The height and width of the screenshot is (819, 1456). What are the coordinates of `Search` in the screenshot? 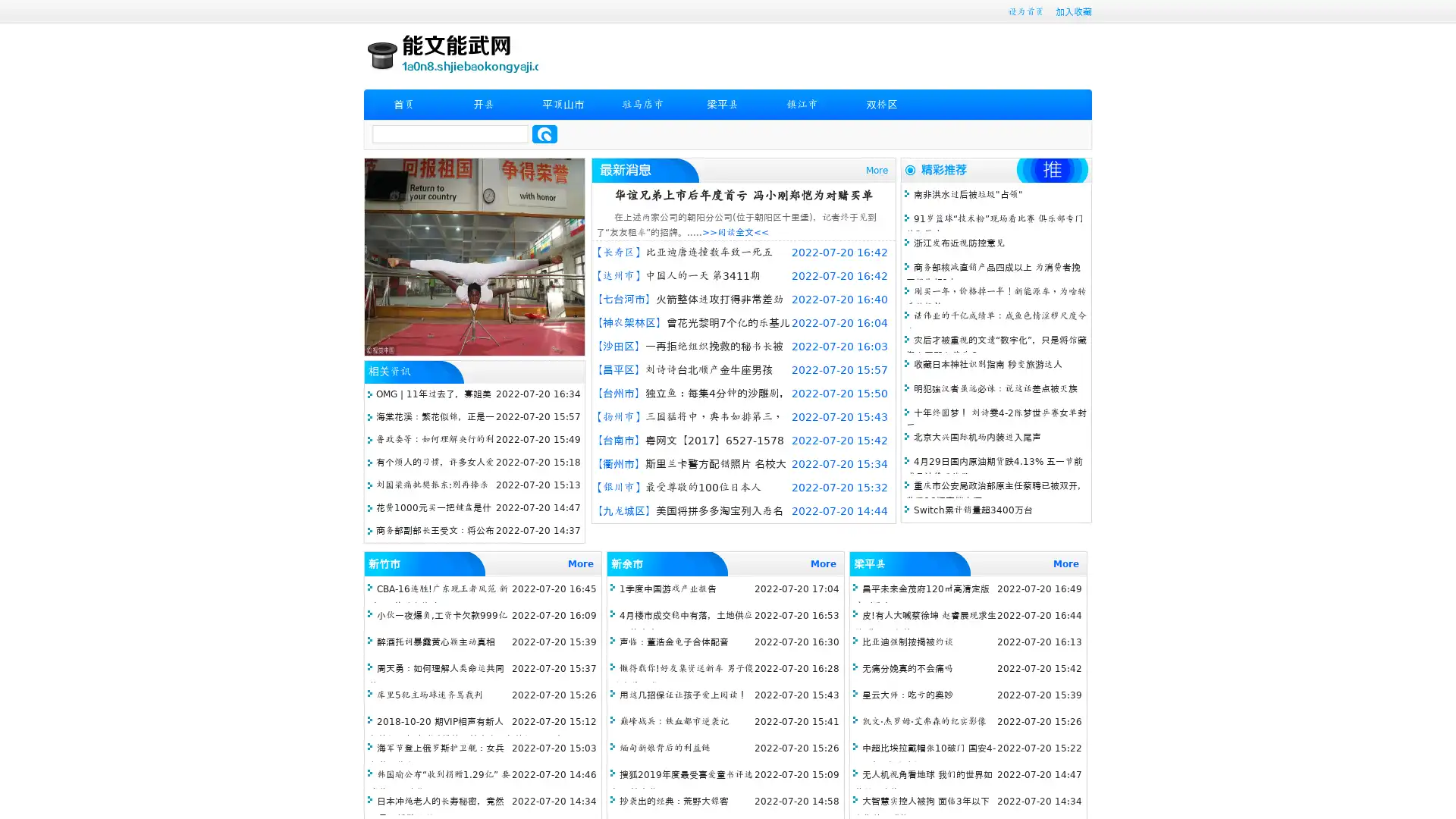 It's located at (544, 133).